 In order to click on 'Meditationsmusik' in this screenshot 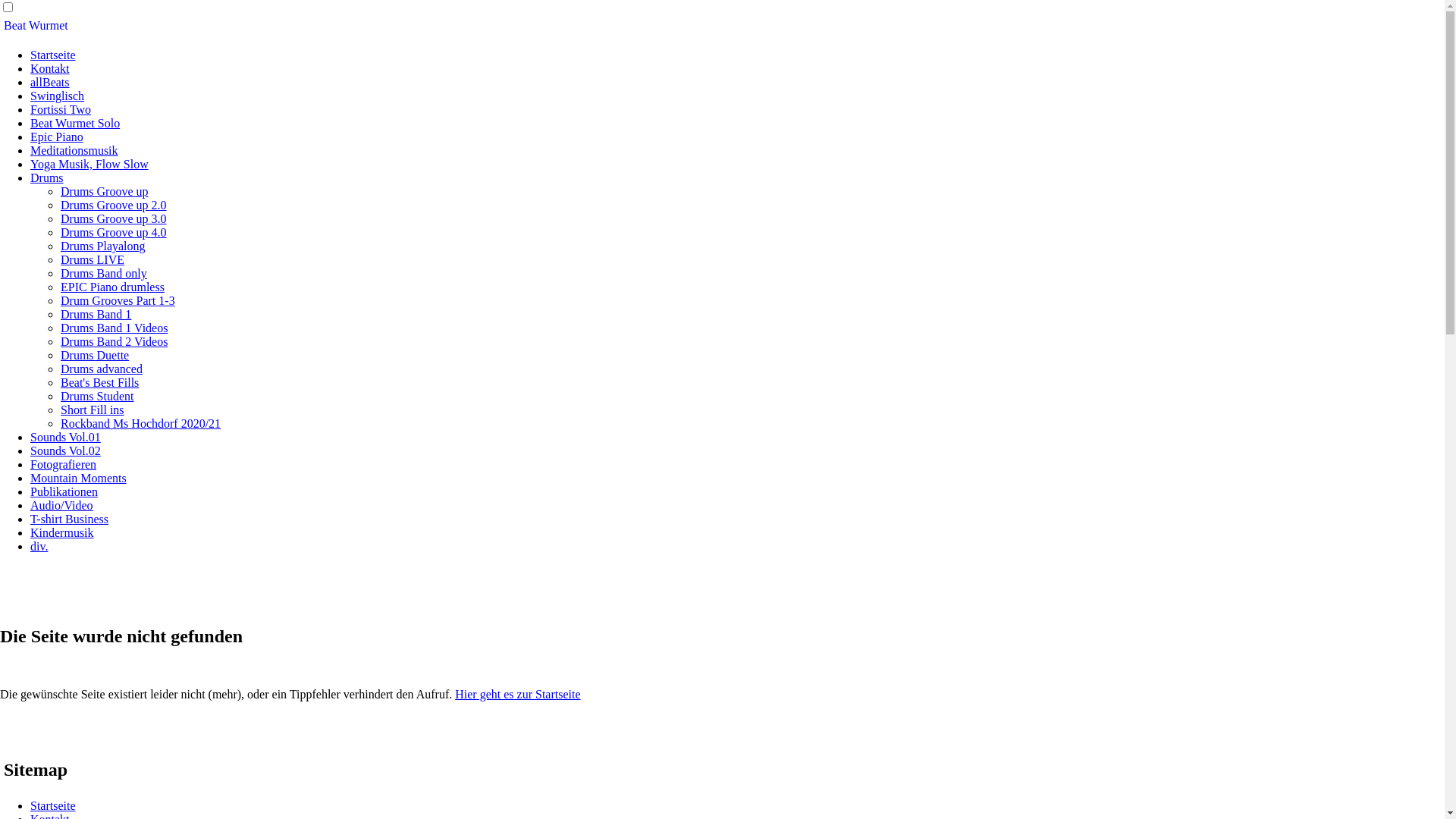, I will do `click(73, 150)`.